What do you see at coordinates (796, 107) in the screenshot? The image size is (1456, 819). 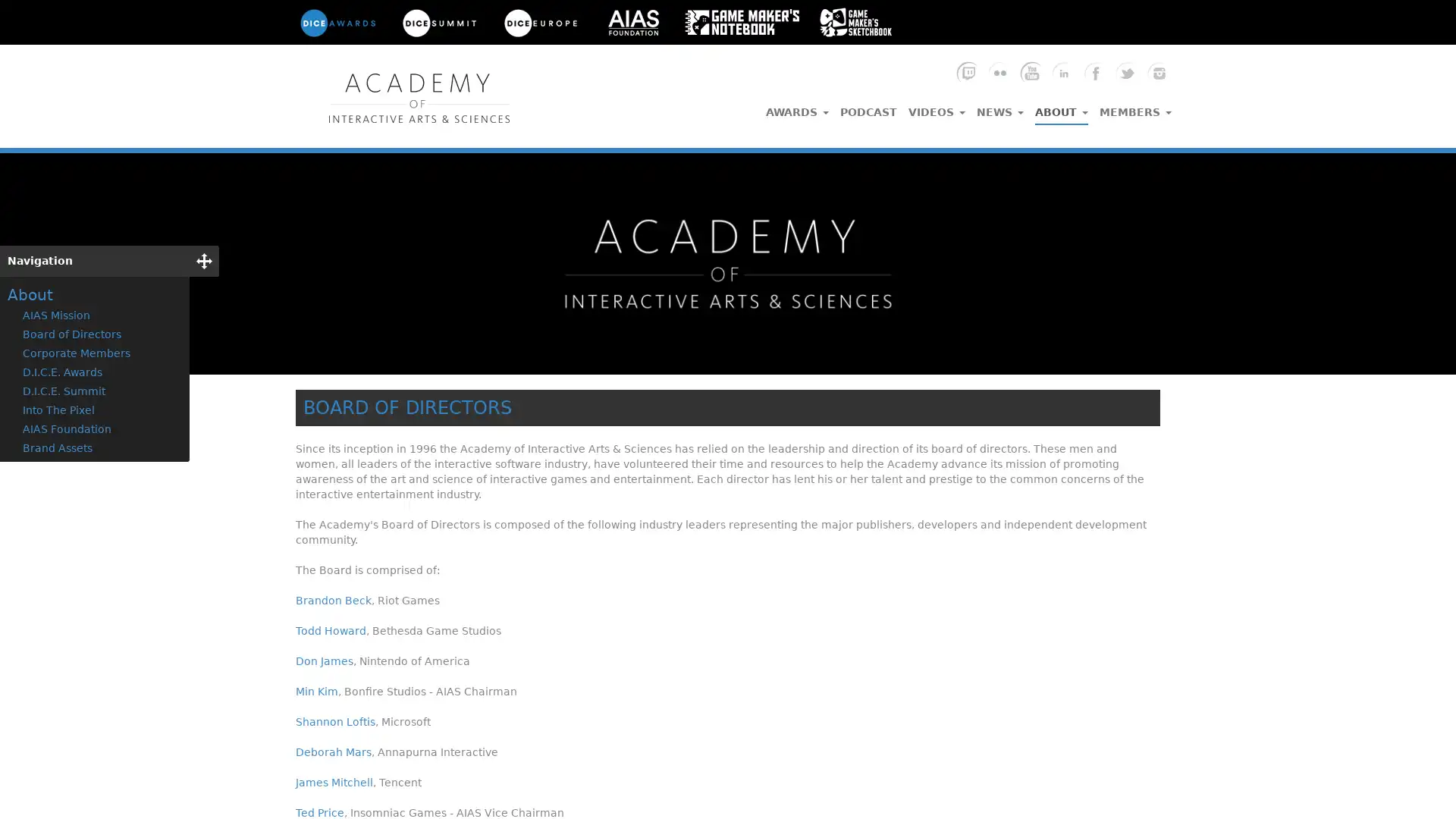 I see `AWARDS` at bounding box center [796, 107].